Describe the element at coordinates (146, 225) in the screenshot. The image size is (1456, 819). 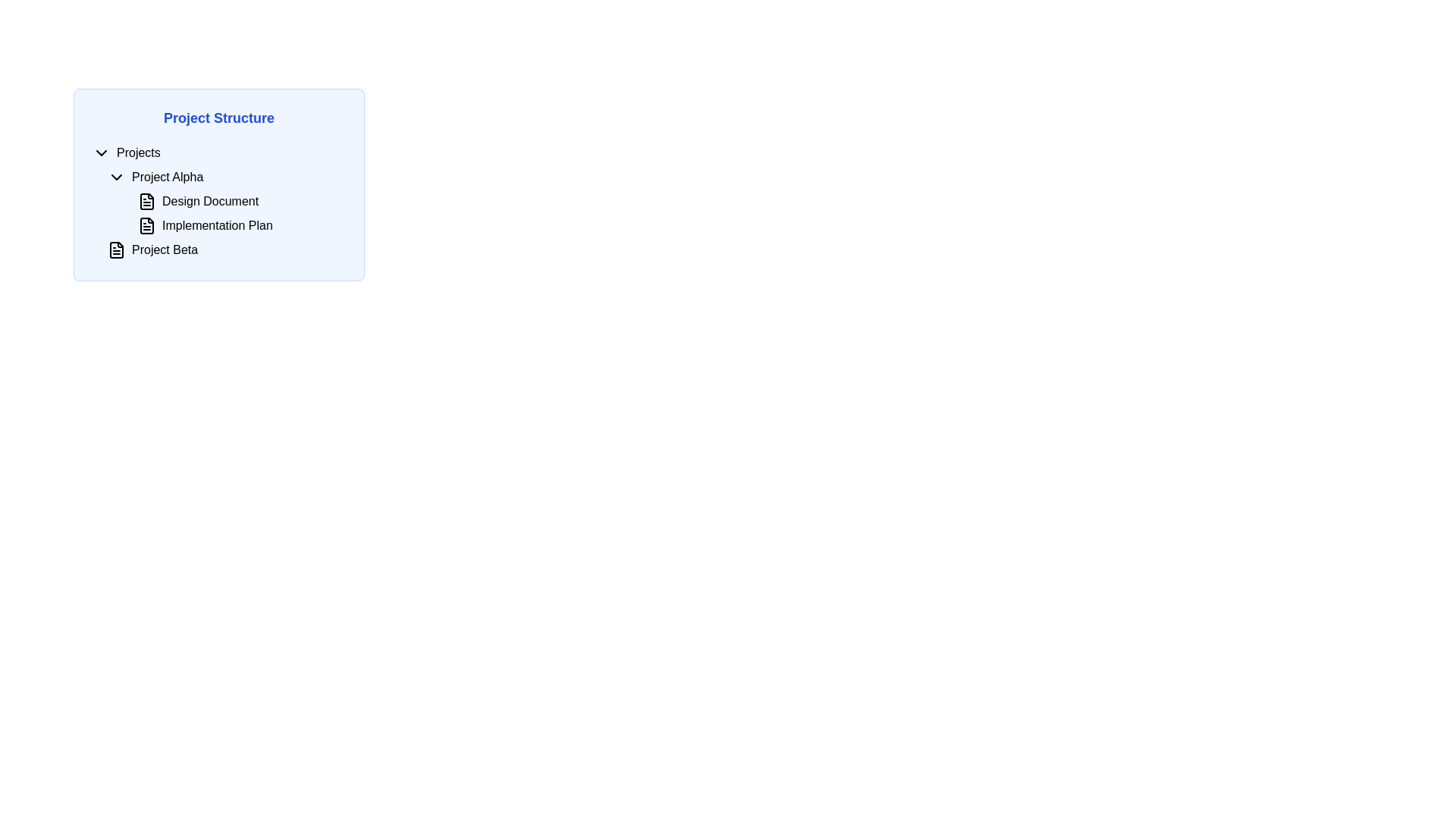
I see `the SVG icon illustrating a document that serves as a clickable entry for the 'Implementation Plan' in the 'Project Structure' section under 'Project Alpha'` at that location.